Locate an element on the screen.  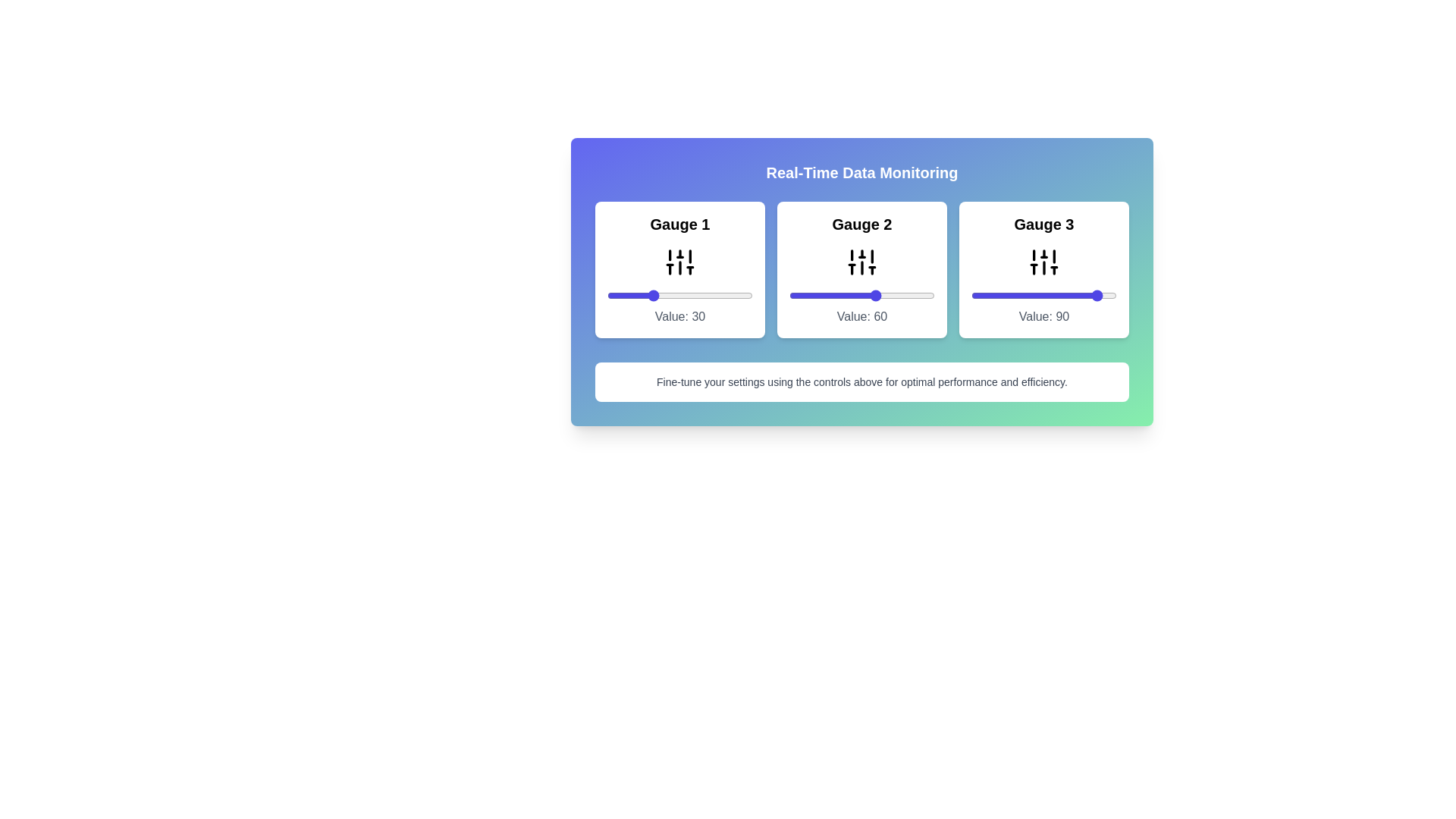
the 'Gauge 2' slider is located at coordinates (789, 295).